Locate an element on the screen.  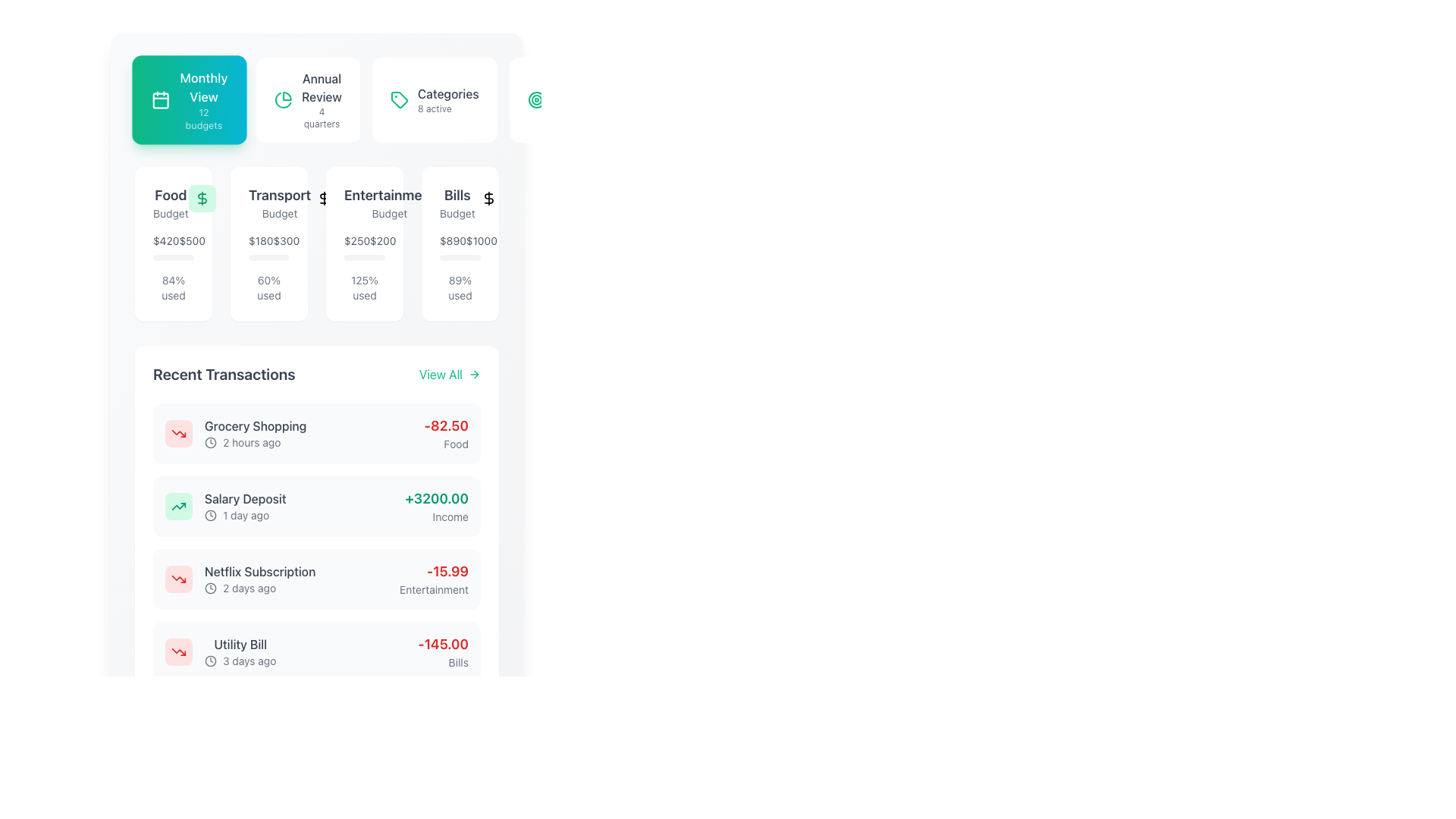
the Text label indicating a salary deposit transaction in the Recent Transactions section is located at coordinates (245, 499).